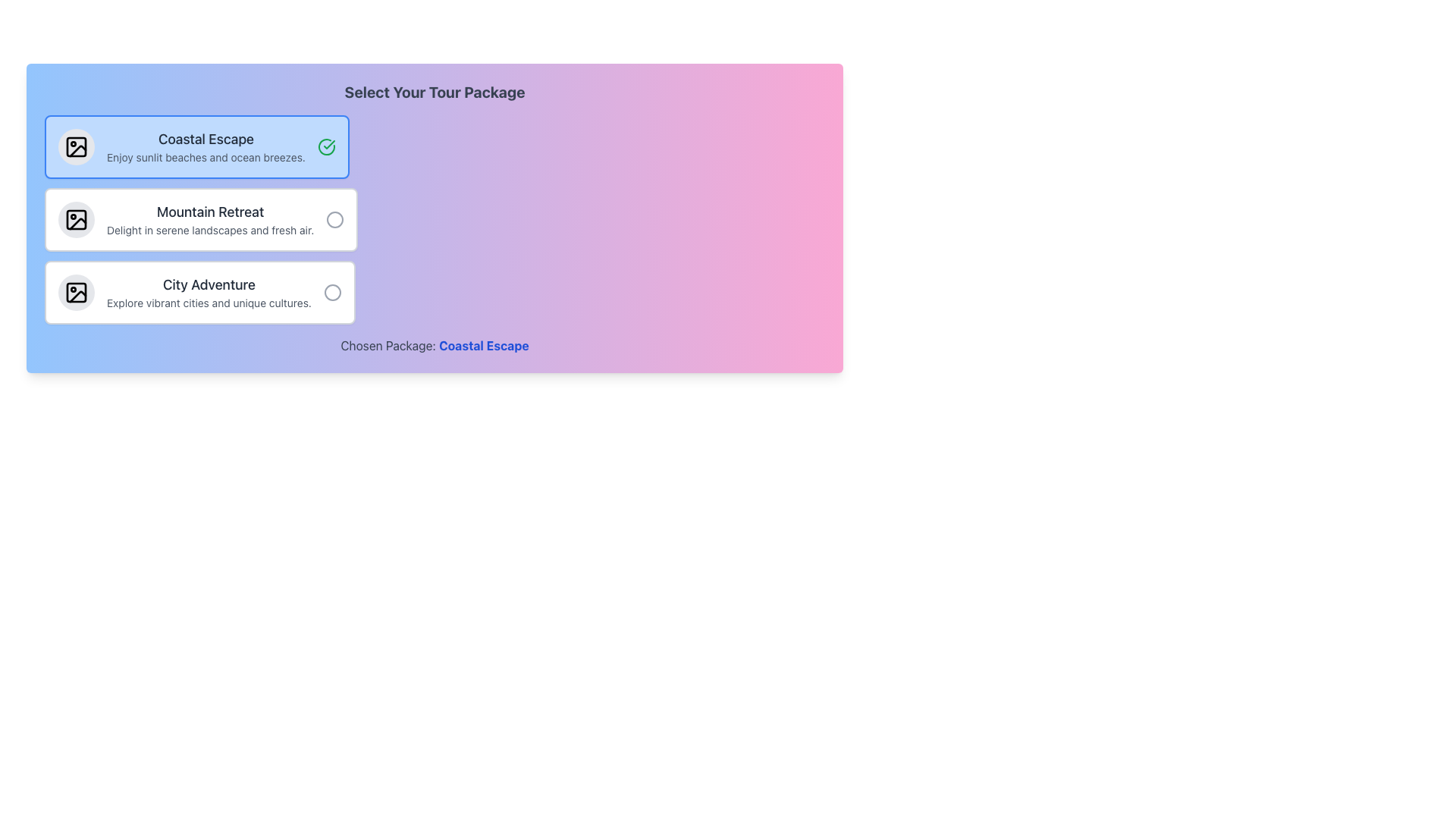 The image size is (1456, 819). Describe the element at coordinates (325, 146) in the screenshot. I see `the checkmark SVG icon that indicates the selection of the current package in the 'Coastal Escape' card, which is the far-right component of the selected card` at that location.